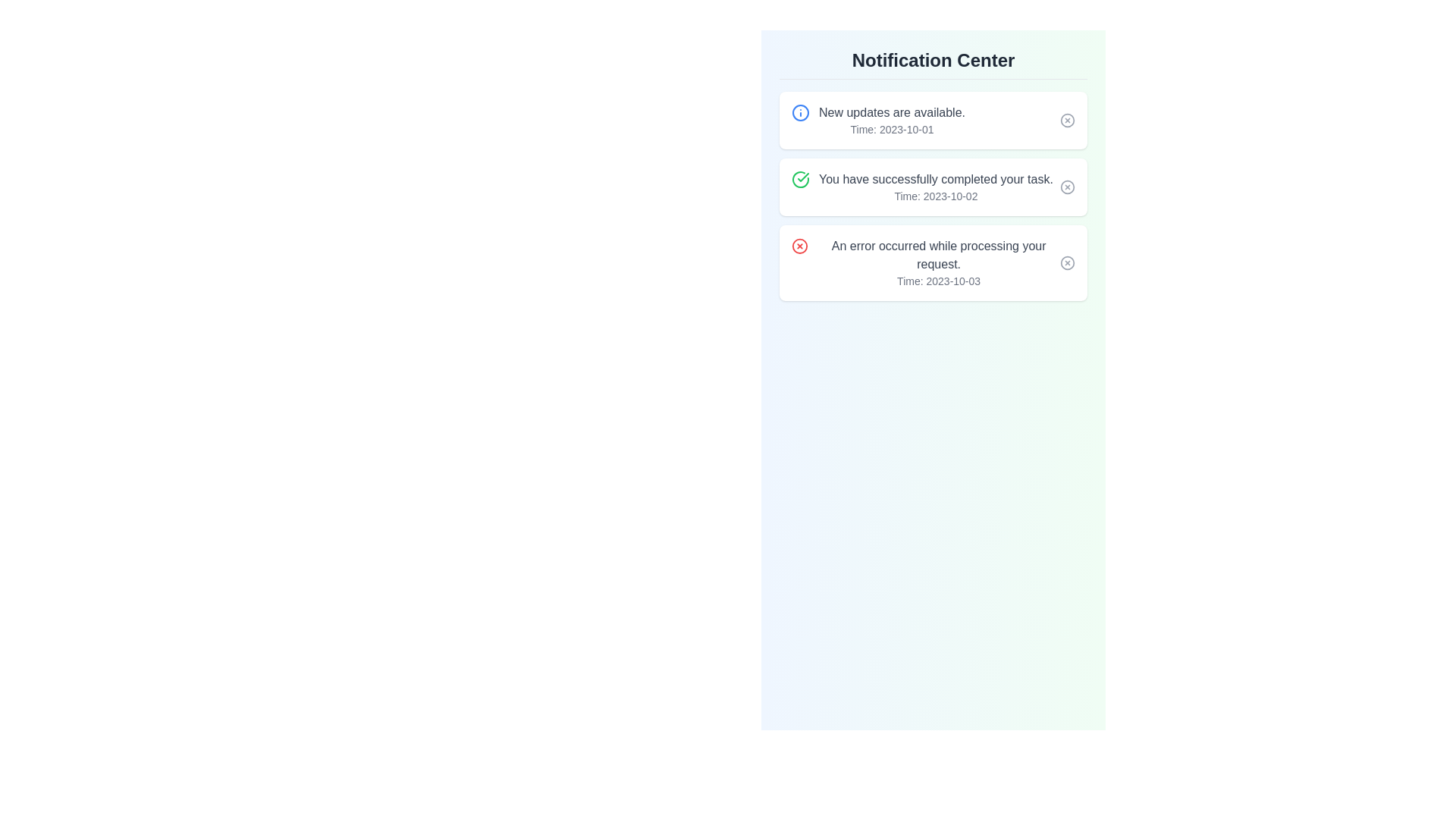 This screenshot has width=1456, height=819. What do you see at coordinates (800, 112) in the screenshot?
I see `the circular icon with a blue outline, featuring a vertical line and a small dot, located in the first notification card of the 'Notification Center' panel` at bounding box center [800, 112].